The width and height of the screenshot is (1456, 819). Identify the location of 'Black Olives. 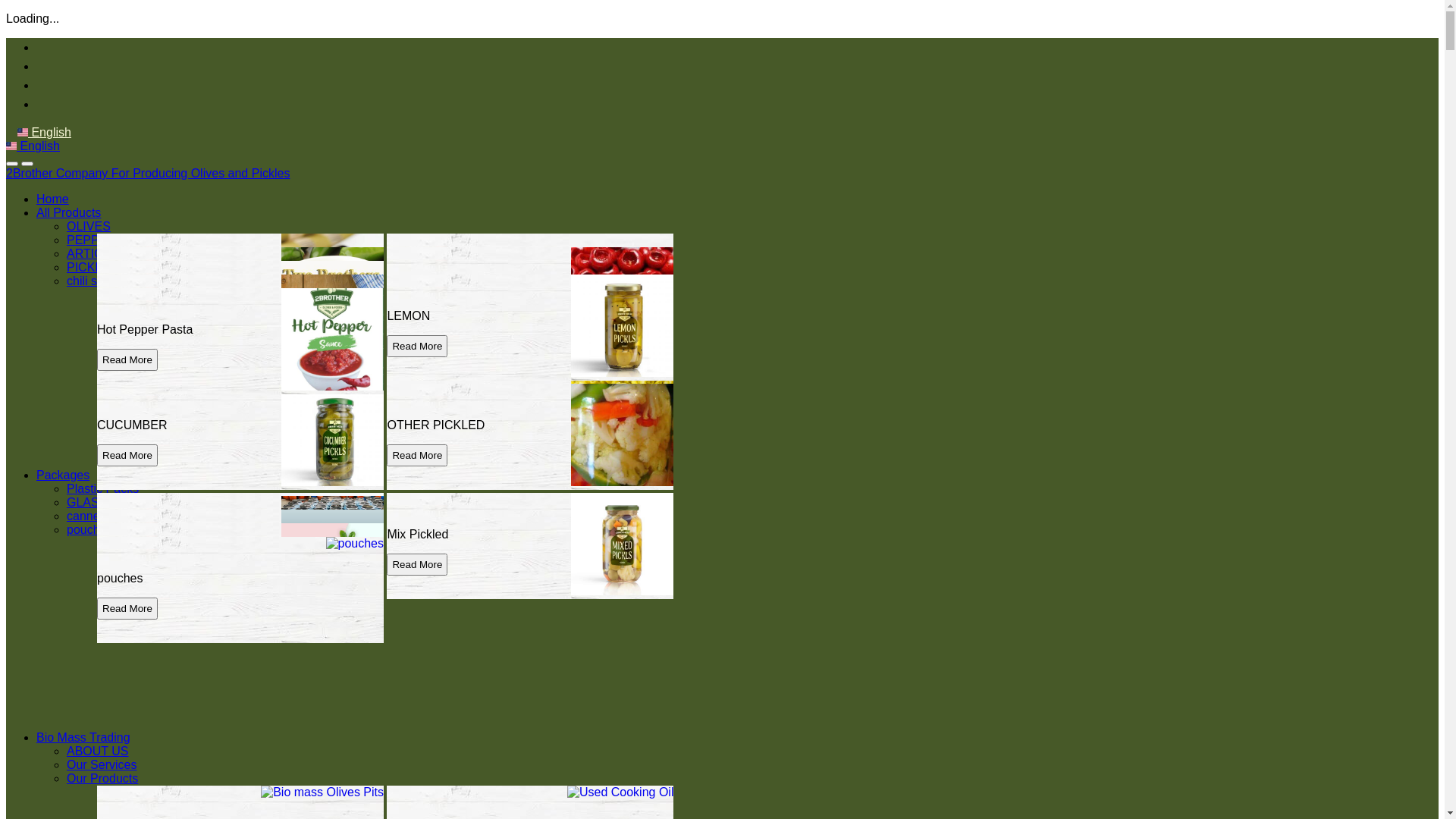
(239, 287).